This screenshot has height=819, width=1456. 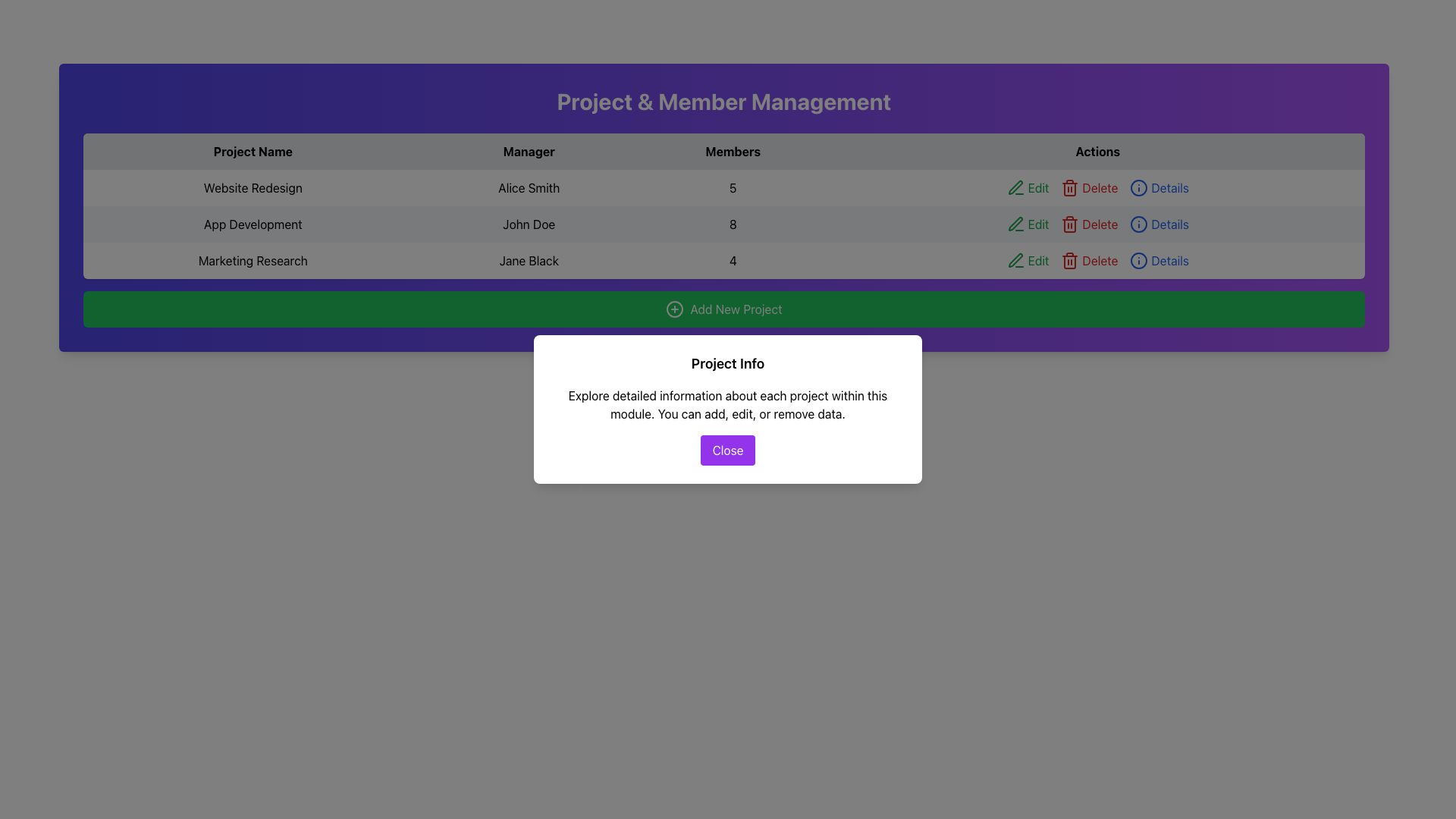 What do you see at coordinates (1139, 187) in the screenshot?
I see `the Circular Icon that represents an information indicator within the 'Details' button in the 'Actions' column of the table to possibly see a tooltip` at bounding box center [1139, 187].